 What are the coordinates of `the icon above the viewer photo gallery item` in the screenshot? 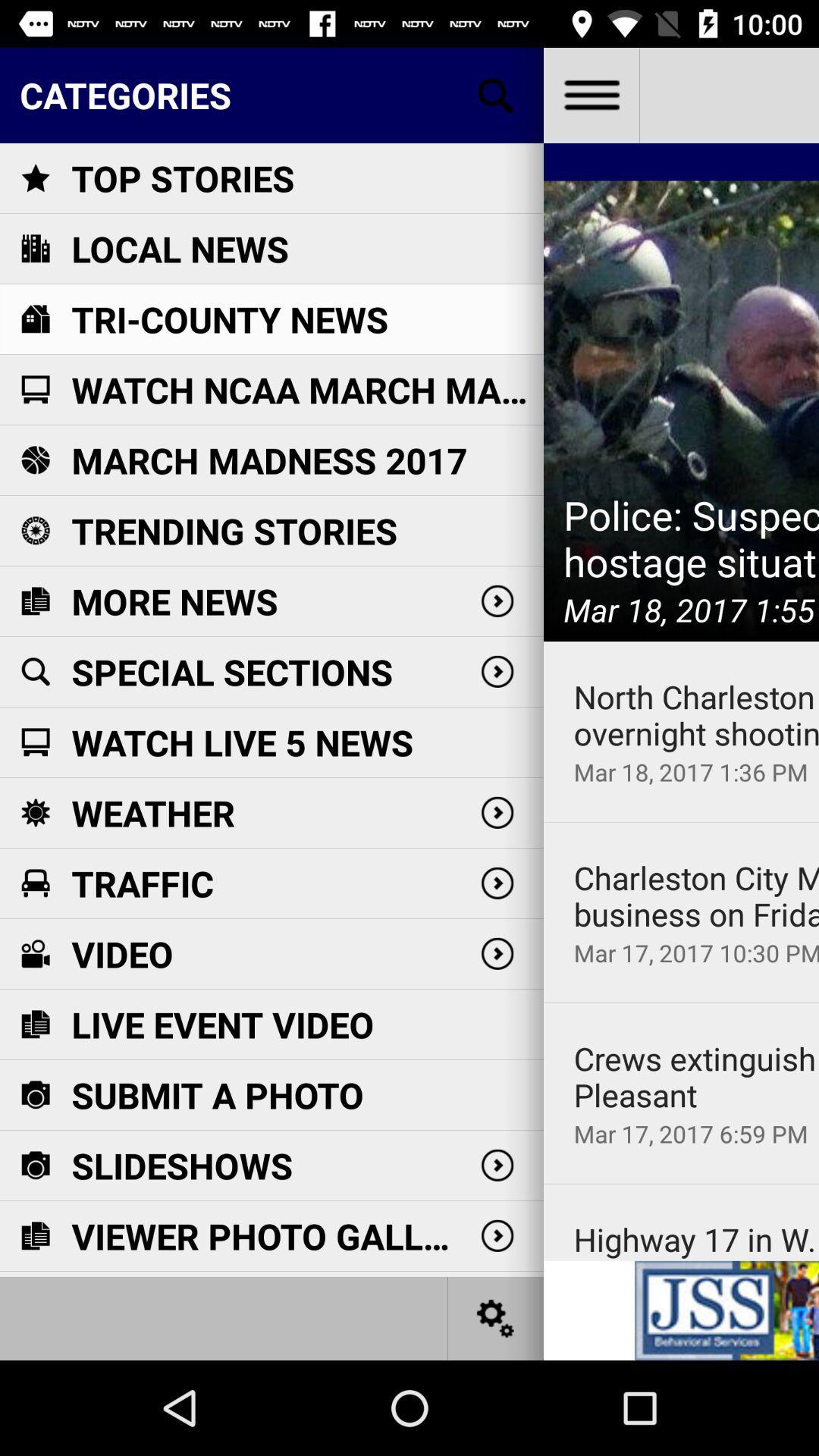 It's located at (181, 1165).